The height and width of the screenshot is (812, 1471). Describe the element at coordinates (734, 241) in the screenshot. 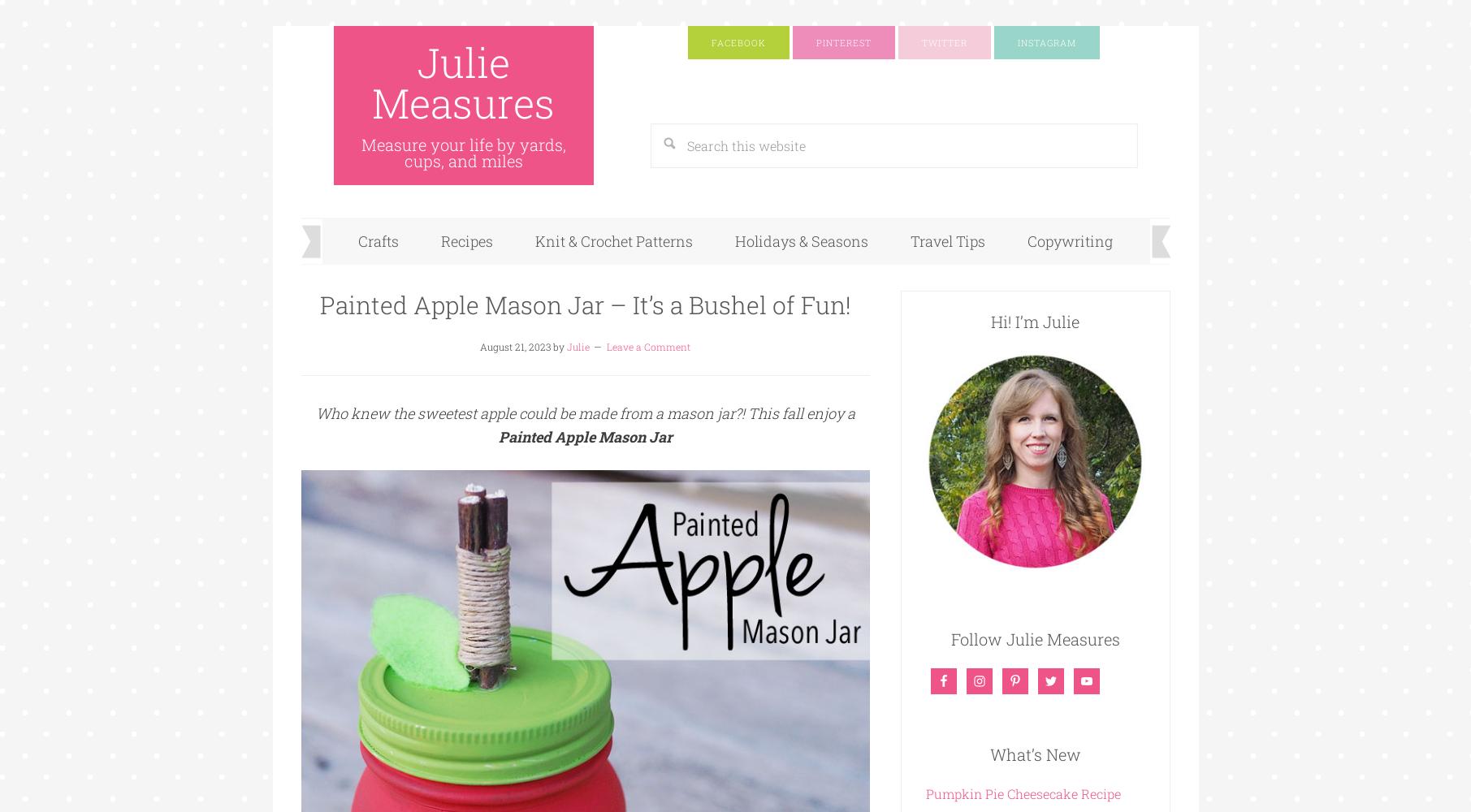

I see `'Holidays & Seasons'` at that location.